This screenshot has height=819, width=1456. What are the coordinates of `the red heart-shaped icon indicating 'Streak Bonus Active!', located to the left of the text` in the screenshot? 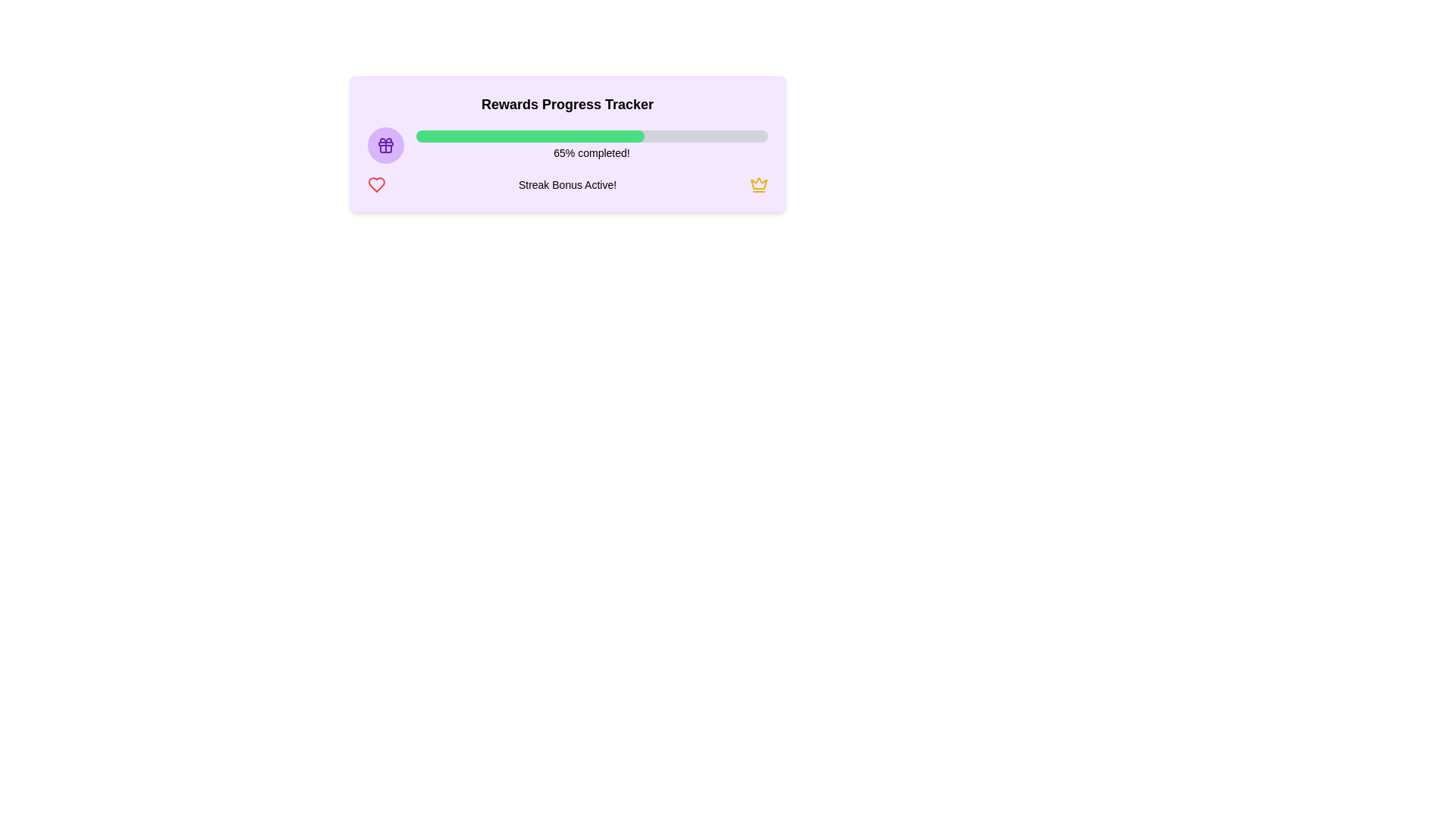 It's located at (376, 184).